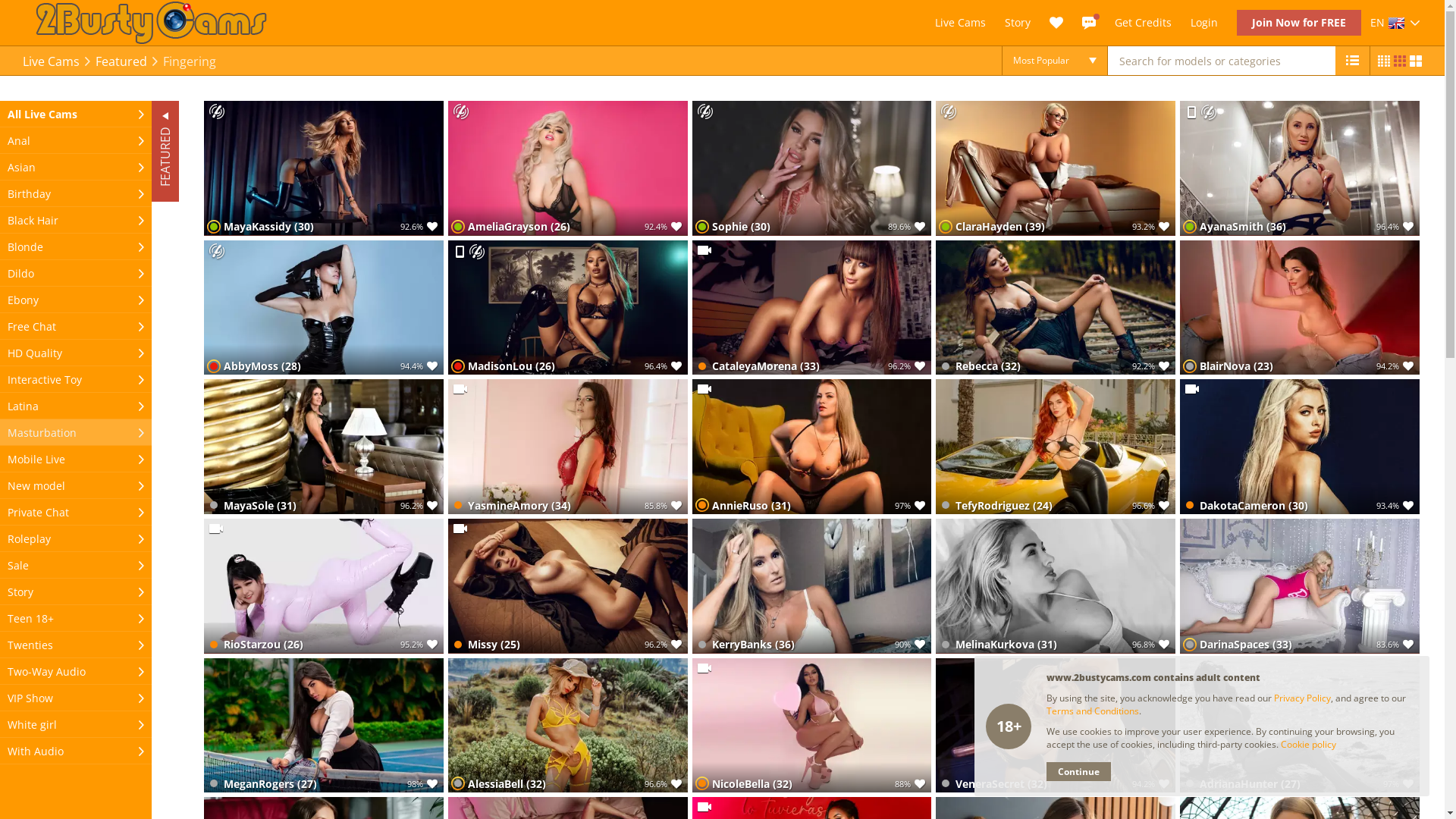 The height and width of the screenshot is (819, 1456). I want to click on 'Free Chat', so click(75, 325).